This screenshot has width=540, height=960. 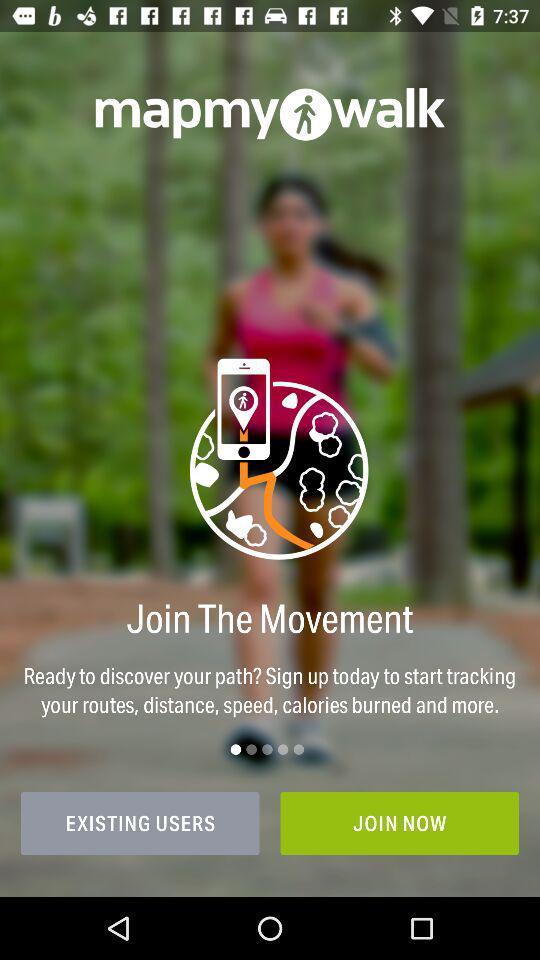 I want to click on the item to the right of existing users, so click(x=399, y=823).